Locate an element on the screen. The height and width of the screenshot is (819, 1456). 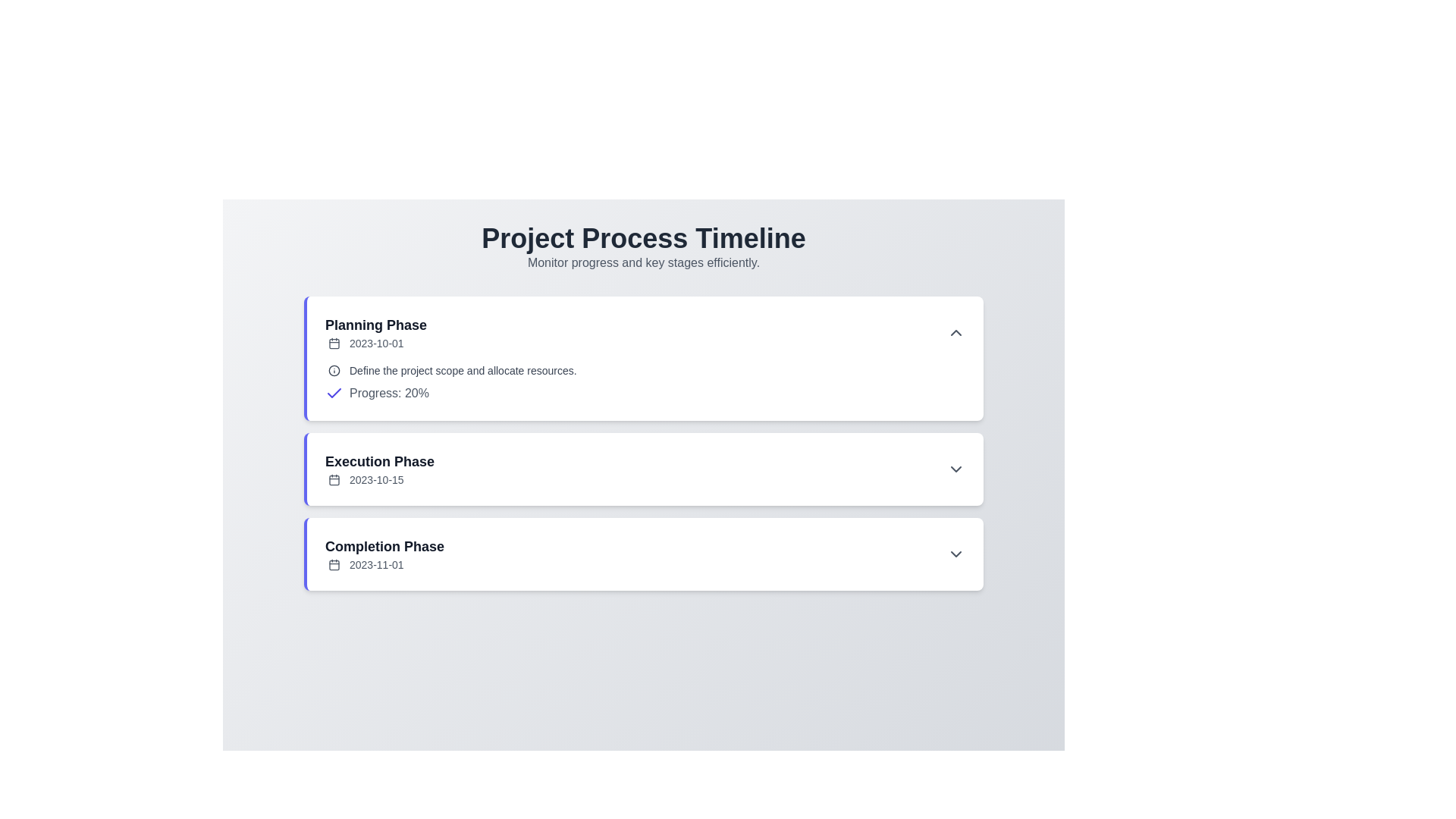
the Text Label with Icon that displays the date associated with the 'Execution Phase' located directly below the title 'Execution Phase' in the middle card of the page is located at coordinates (380, 479).